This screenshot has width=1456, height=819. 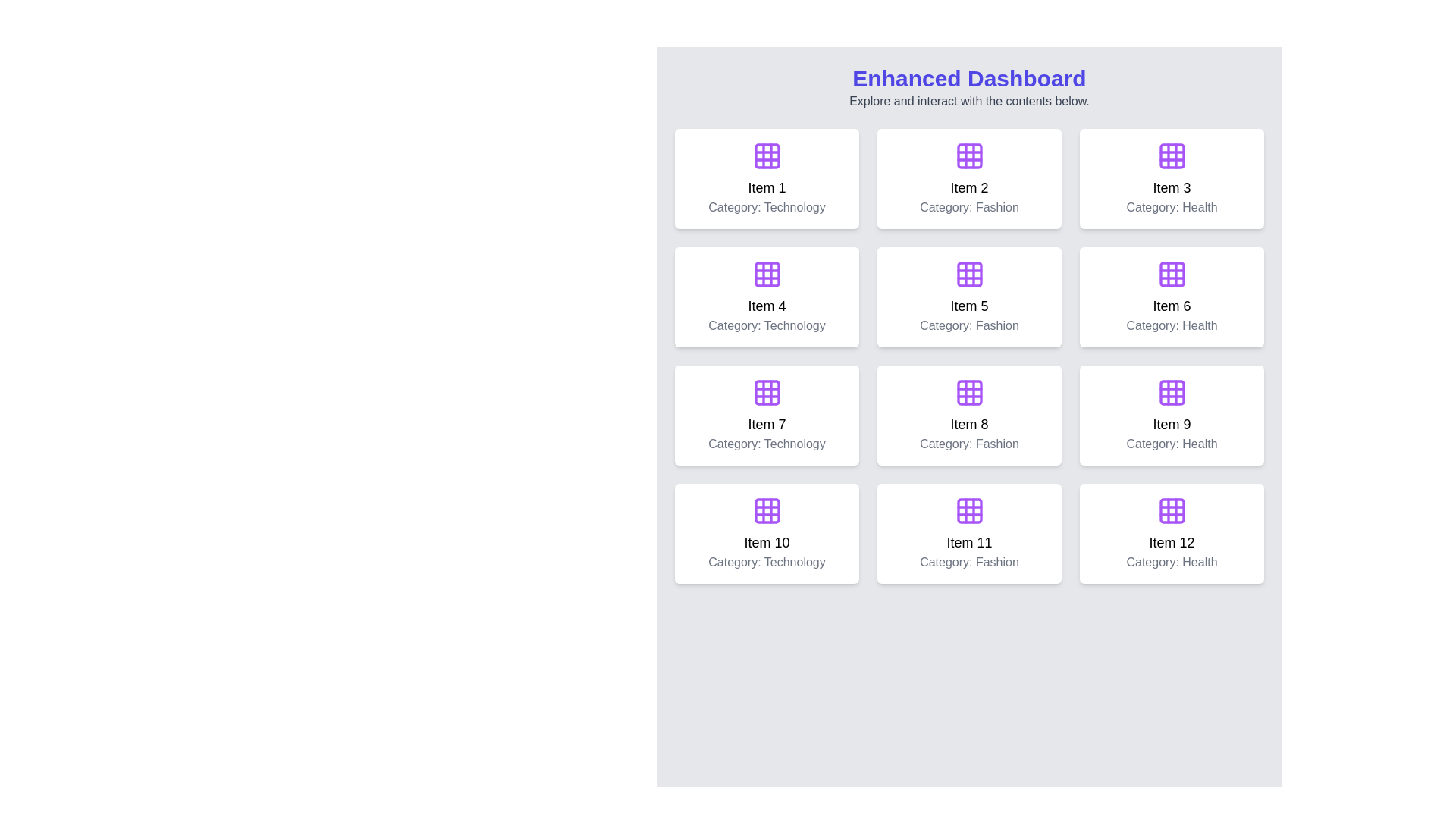 What do you see at coordinates (968, 297) in the screenshot?
I see `displayed text from the card with a purple grid-like icon and text 'Item 5' in bold black and 'Category: Fashion' in gray, located in the second row, second column of the dashboard interface` at bounding box center [968, 297].